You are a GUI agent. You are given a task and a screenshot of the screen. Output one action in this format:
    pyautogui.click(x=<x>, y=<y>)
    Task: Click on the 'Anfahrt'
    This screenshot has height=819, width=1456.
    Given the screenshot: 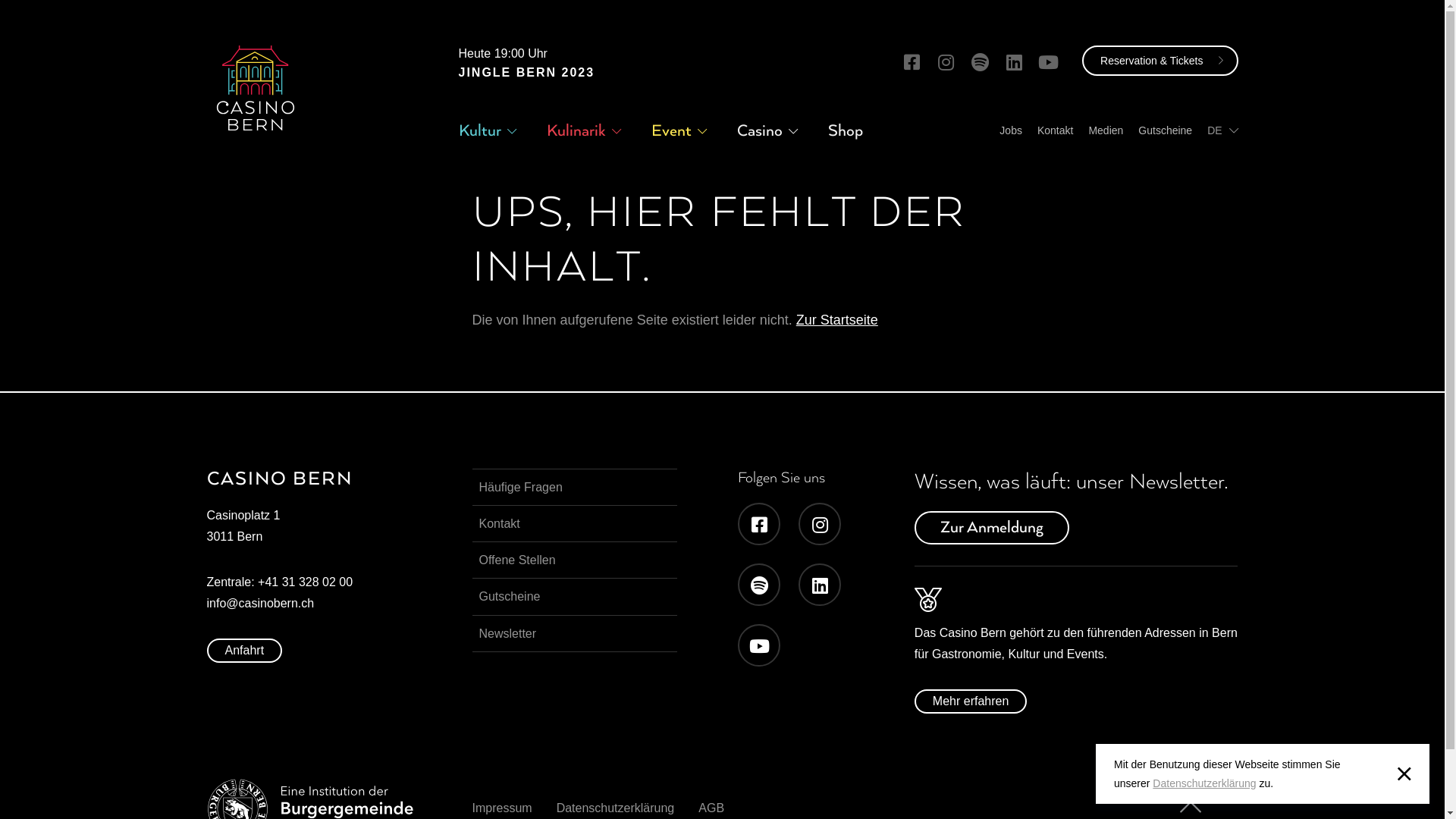 What is the action you would take?
    pyautogui.click(x=206, y=649)
    